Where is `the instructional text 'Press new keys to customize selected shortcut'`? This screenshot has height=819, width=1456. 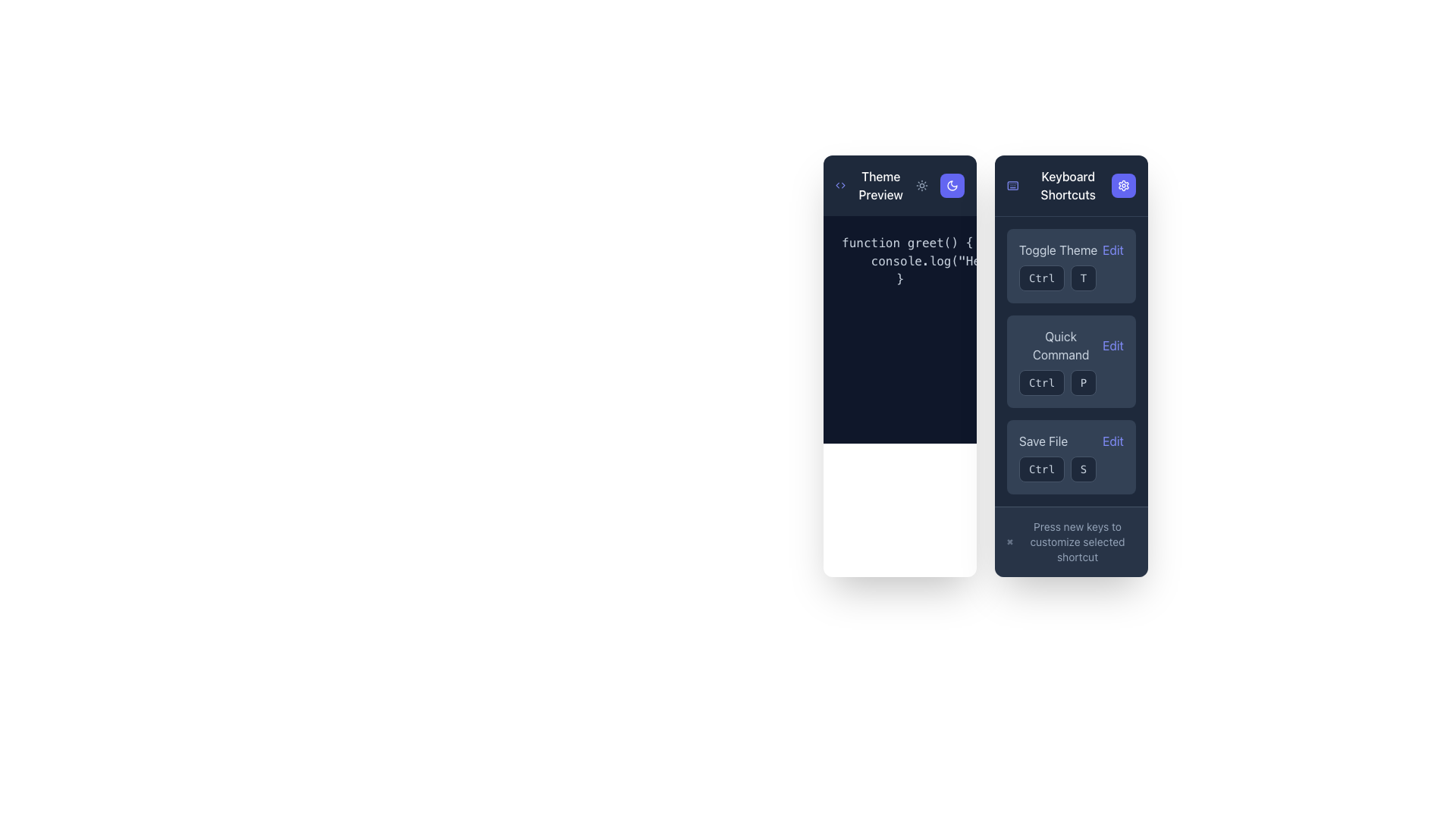
the instructional text 'Press new keys to customize selected shortcut' is located at coordinates (1070, 541).